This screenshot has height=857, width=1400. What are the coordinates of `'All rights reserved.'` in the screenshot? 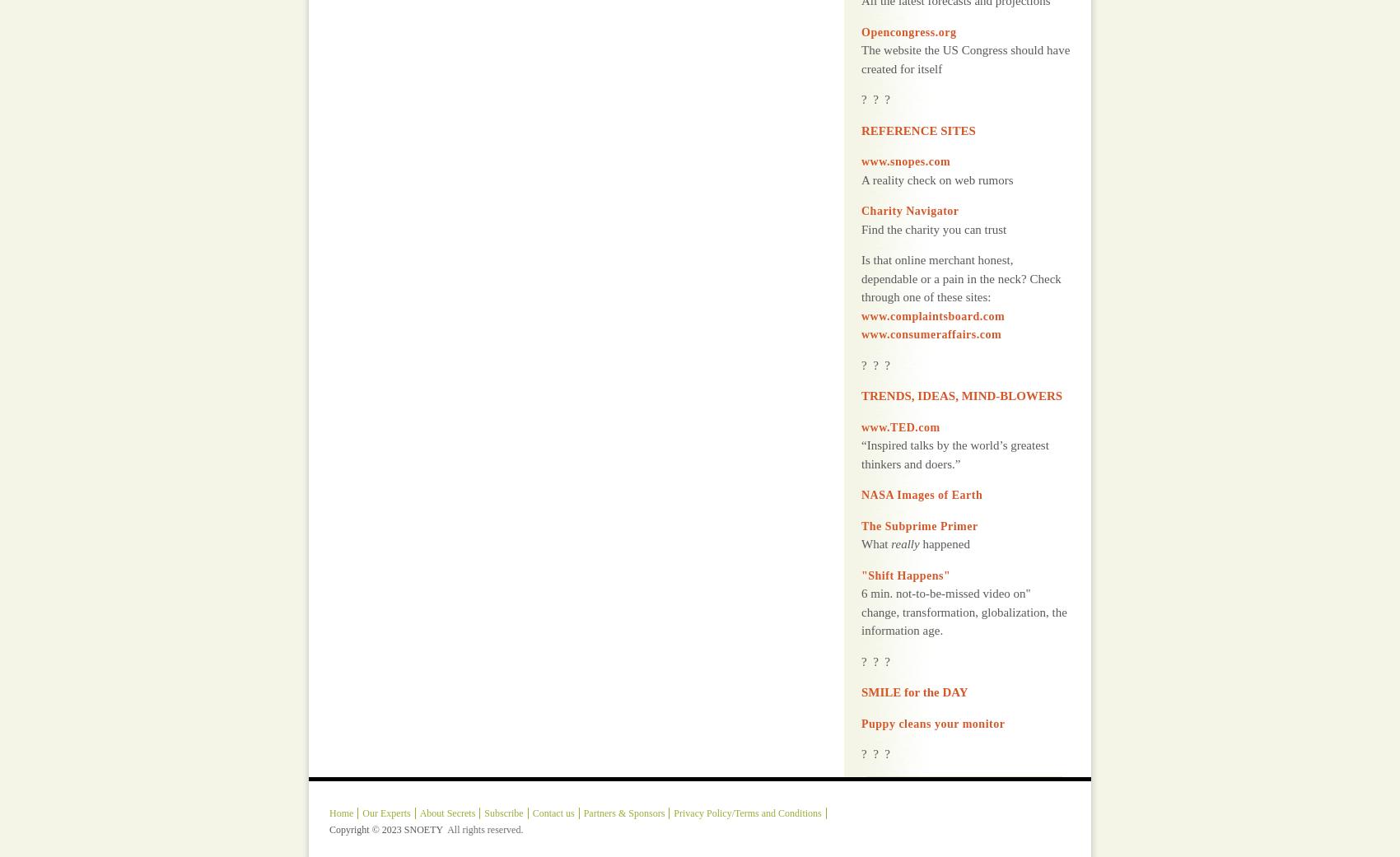 It's located at (484, 787).